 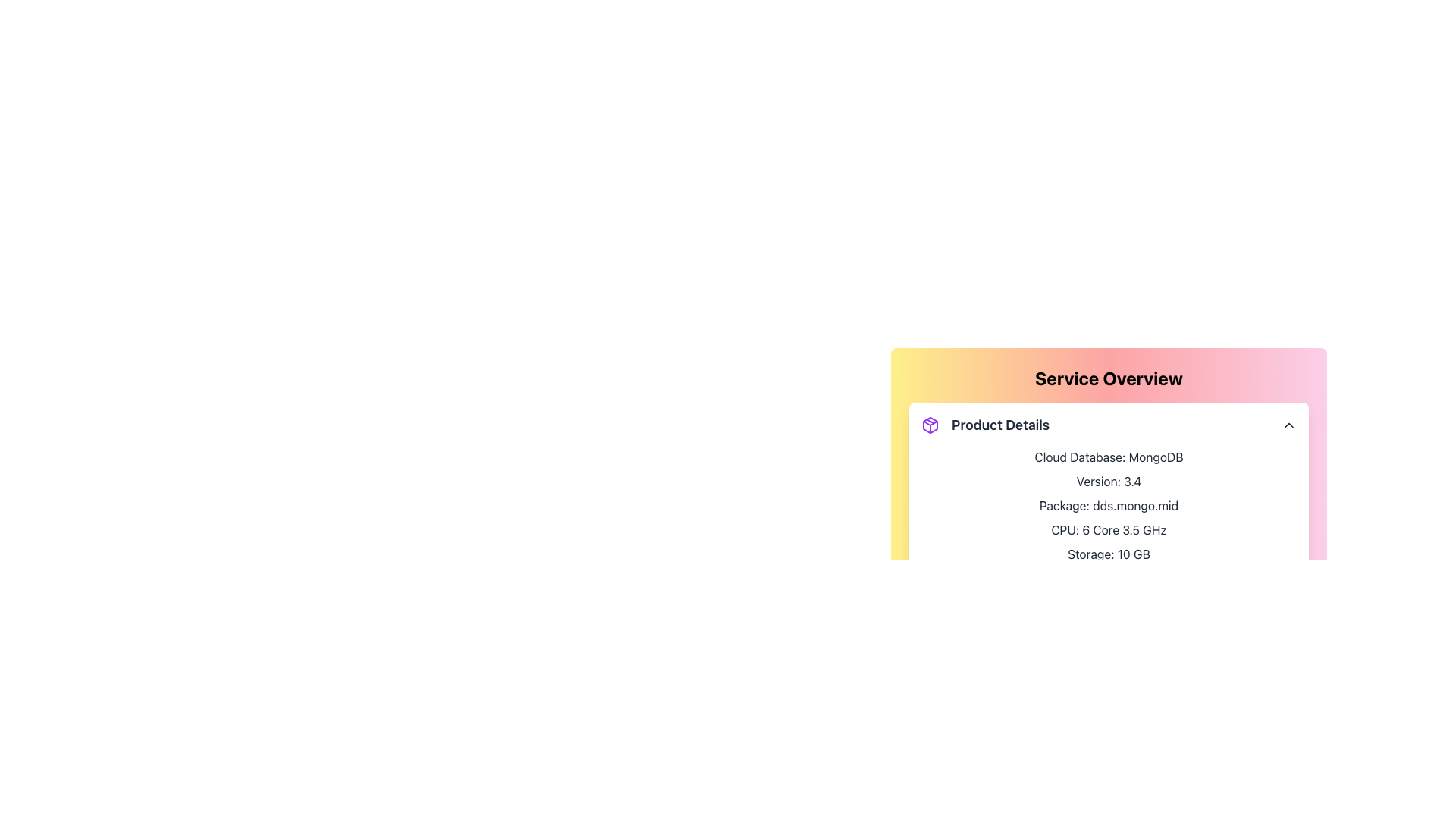 What do you see at coordinates (930, 425) in the screenshot?
I see `the 'Product Details' icon located in the 'Service Overview' card in the bottom-right quadrant of the interface` at bounding box center [930, 425].